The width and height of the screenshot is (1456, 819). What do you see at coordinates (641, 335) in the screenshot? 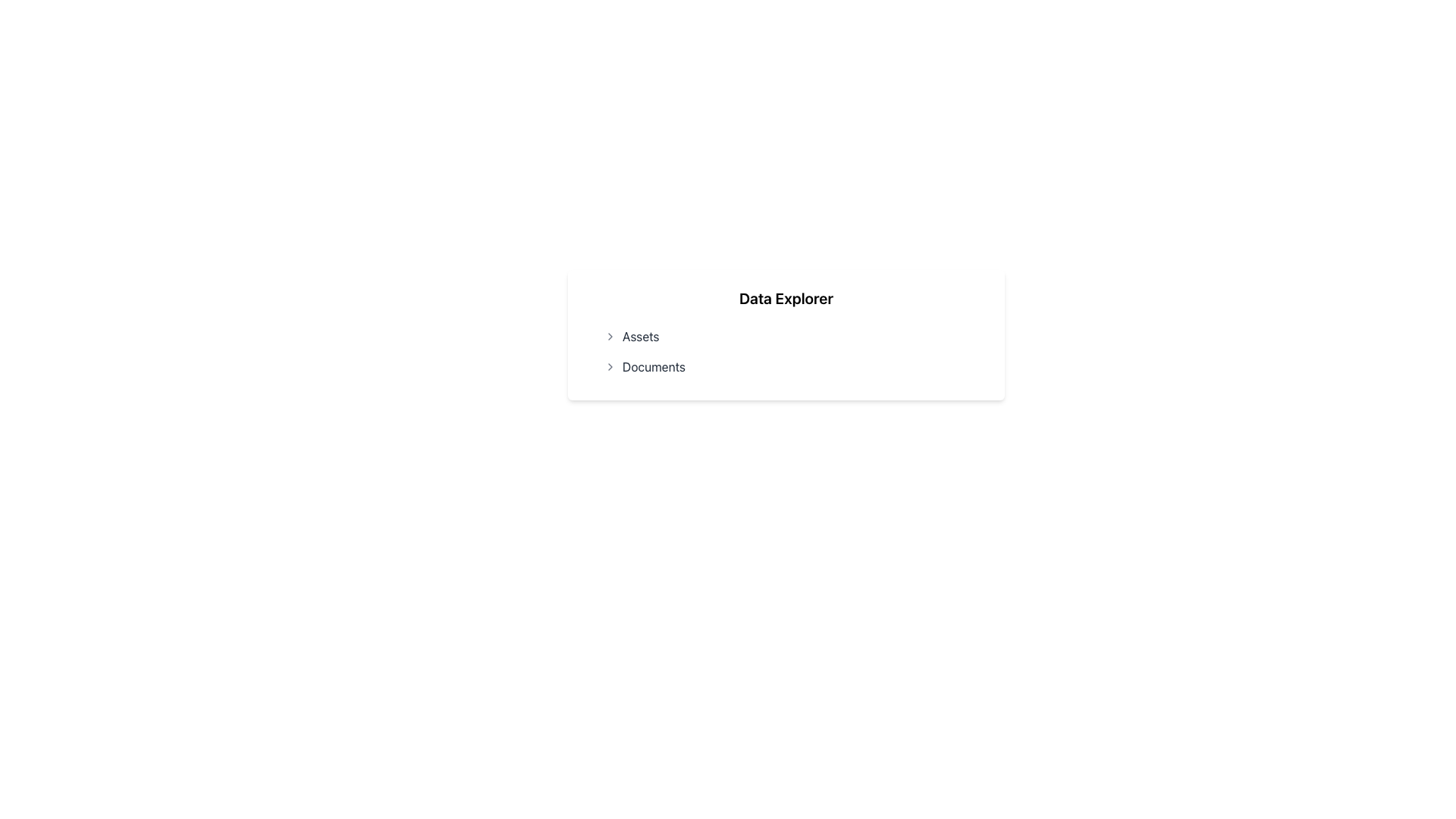
I see `the text label 'Assets' which is the first item in the vertical list under 'Data Explorer.'` at bounding box center [641, 335].